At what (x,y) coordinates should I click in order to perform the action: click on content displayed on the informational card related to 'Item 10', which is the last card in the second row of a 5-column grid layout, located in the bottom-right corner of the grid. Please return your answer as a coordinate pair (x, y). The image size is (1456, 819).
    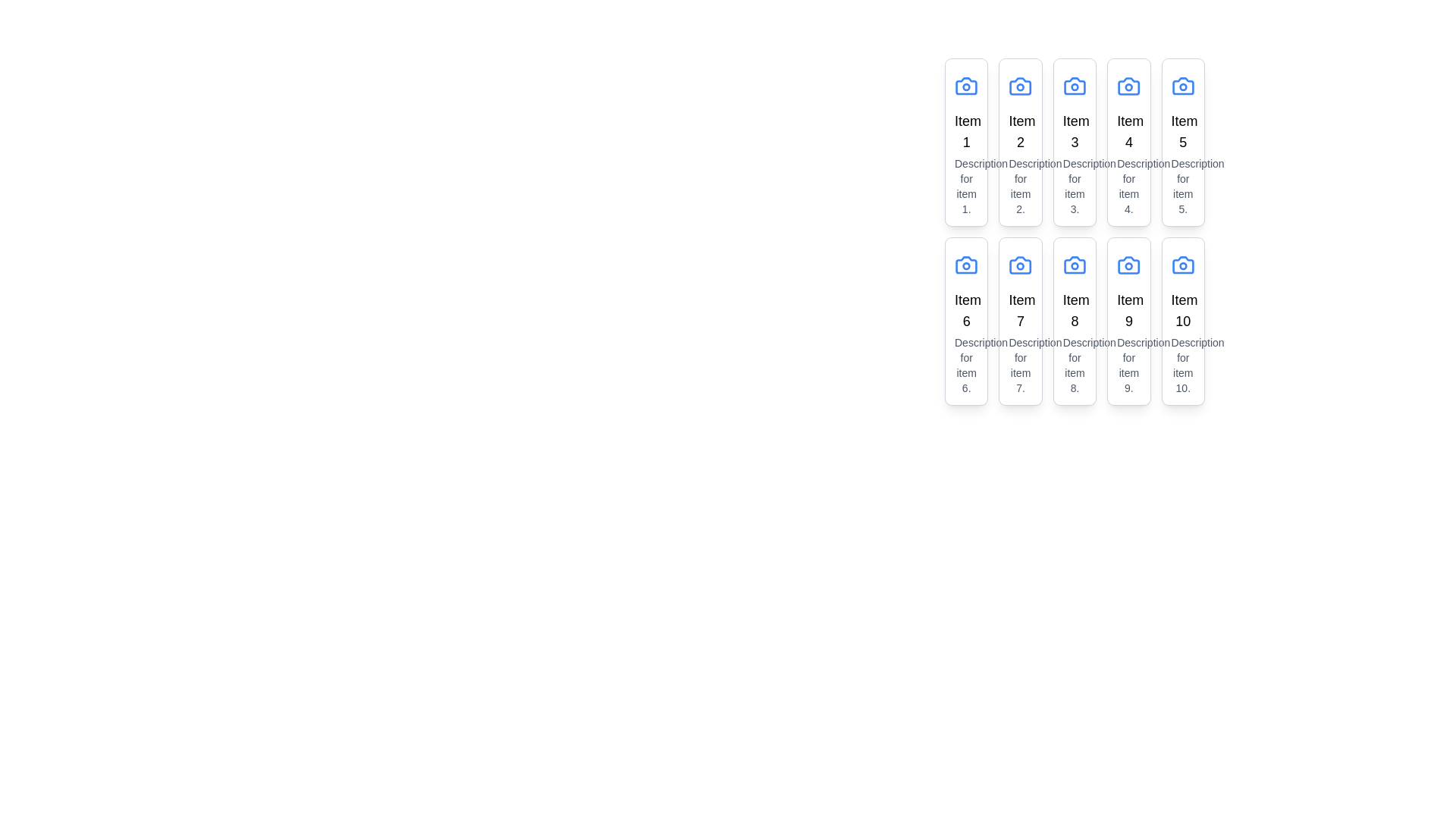
    Looking at the image, I should click on (1182, 321).